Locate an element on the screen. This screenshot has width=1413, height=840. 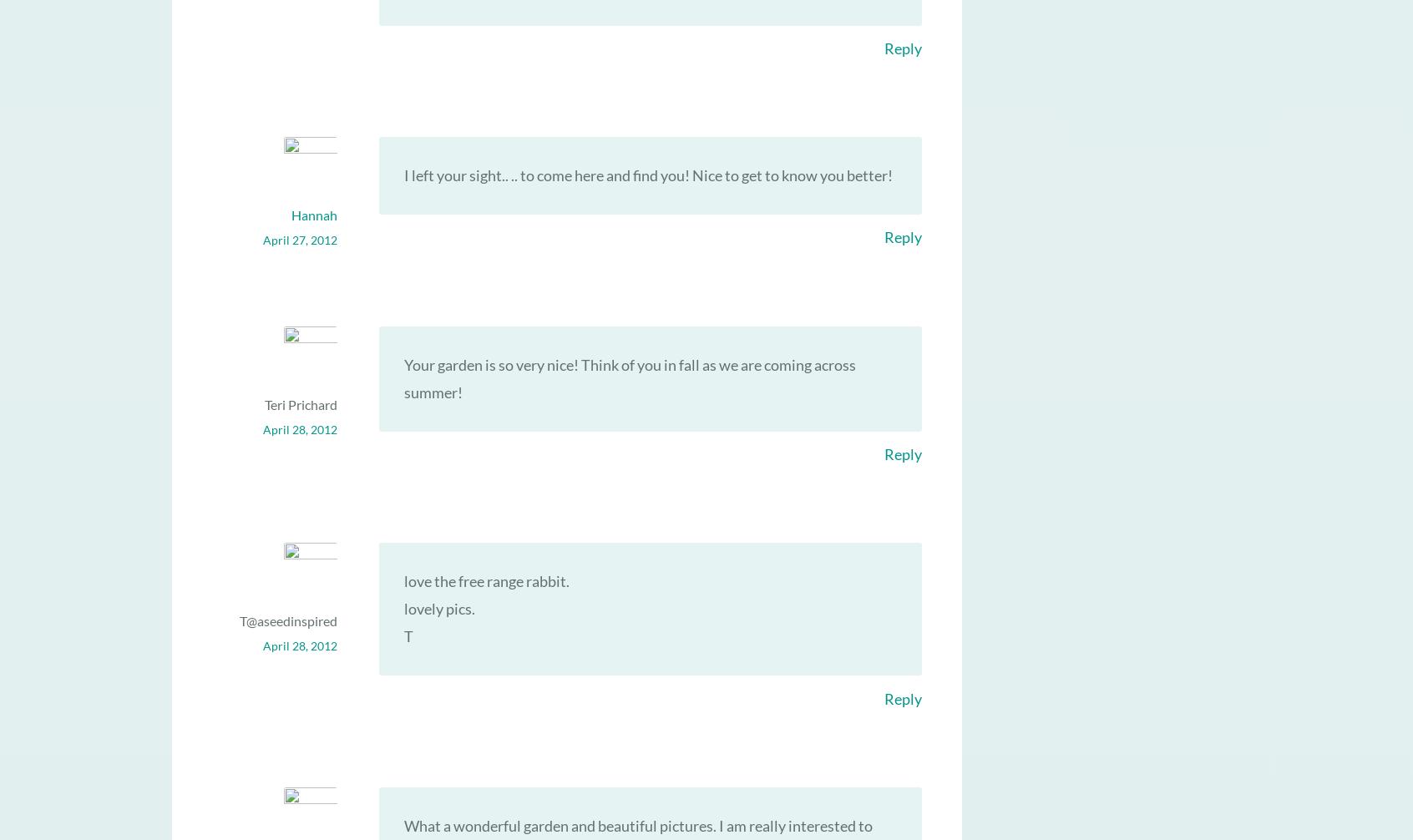
'love the free range rabbit.' is located at coordinates (403, 580).